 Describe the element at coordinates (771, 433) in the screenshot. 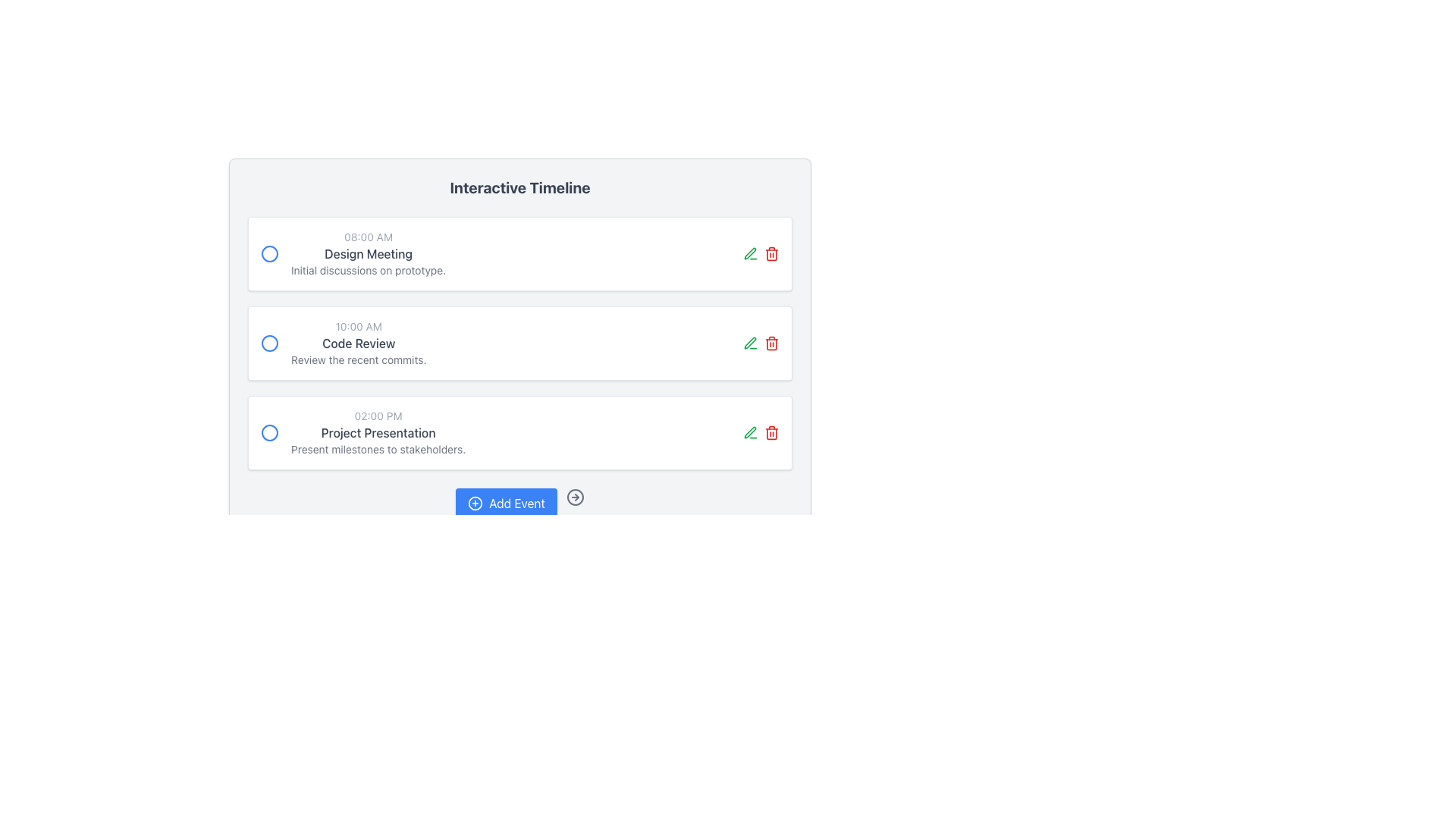

I see `the trash can icon represented by a rounded rectangle with smooth strokes, located on the right side of the task list item labeled 'Code Review'` at that location.